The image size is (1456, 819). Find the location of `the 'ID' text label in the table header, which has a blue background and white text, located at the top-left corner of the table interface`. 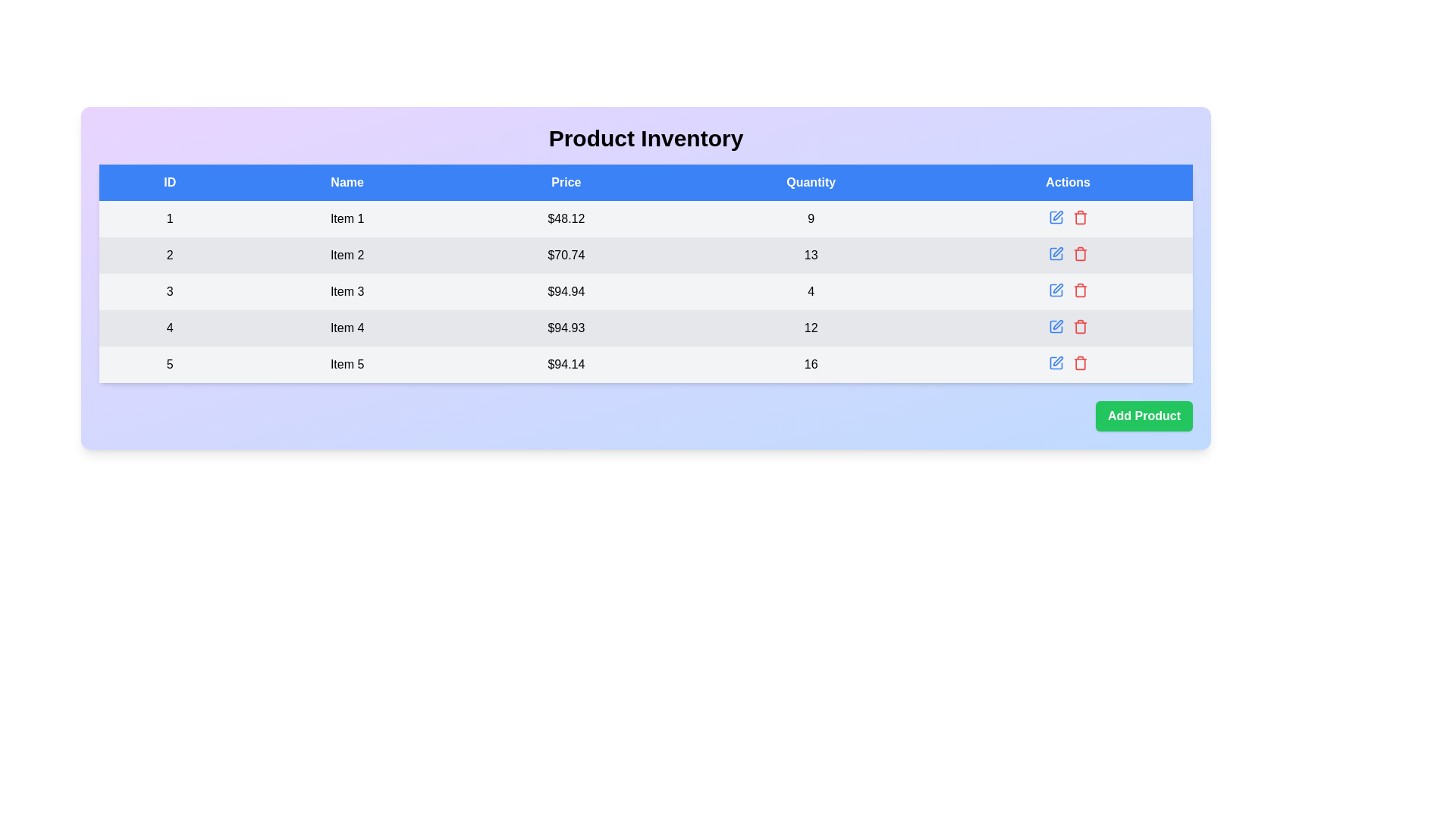

the 'ID' text label in the table header, which has a blue background and white text, located at the top-left corner of the table interface is located at coordinates (170, 181).